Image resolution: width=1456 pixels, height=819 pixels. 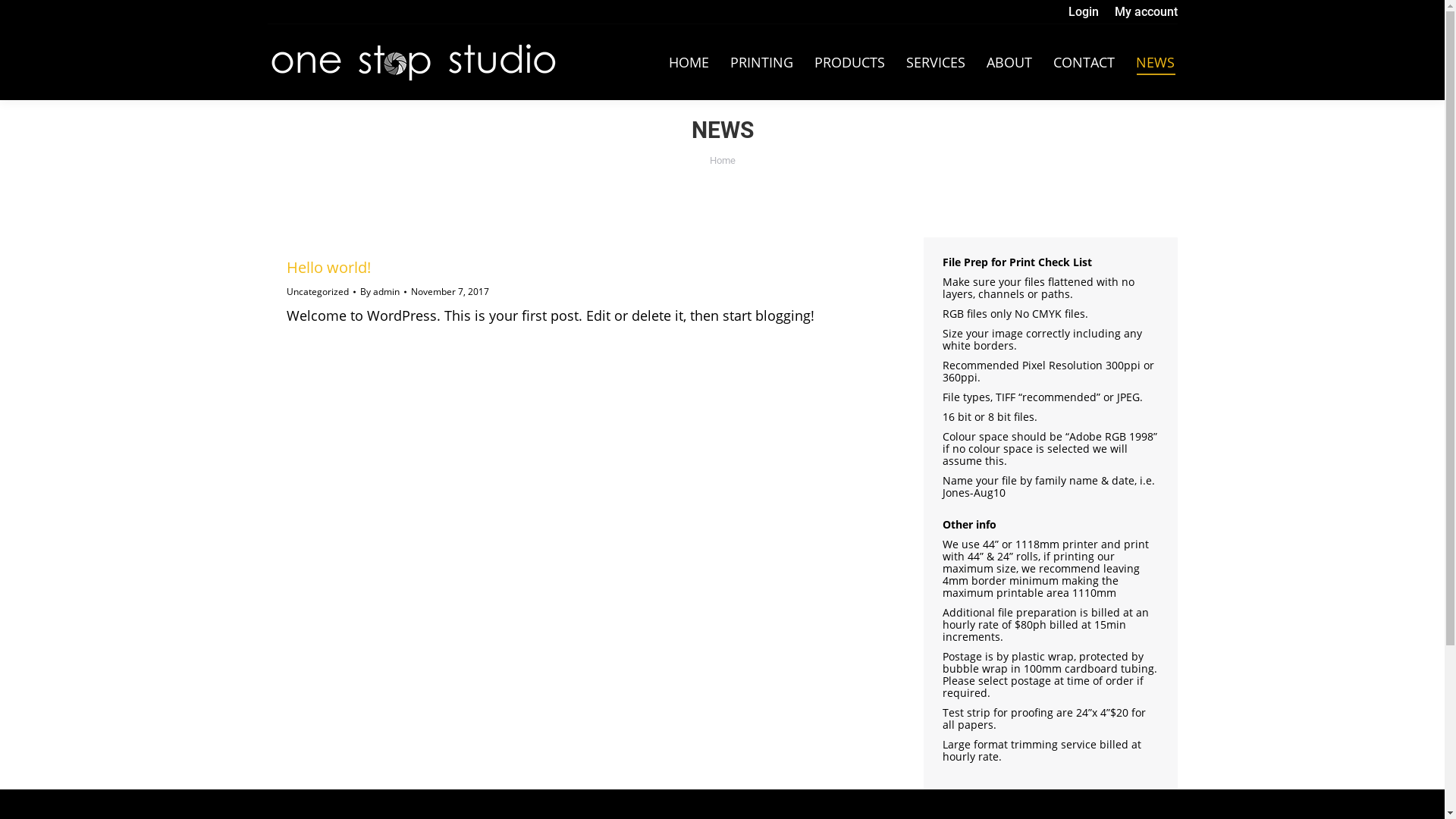 I want to click on 'Uncategorized', so click(x=316, y=291).